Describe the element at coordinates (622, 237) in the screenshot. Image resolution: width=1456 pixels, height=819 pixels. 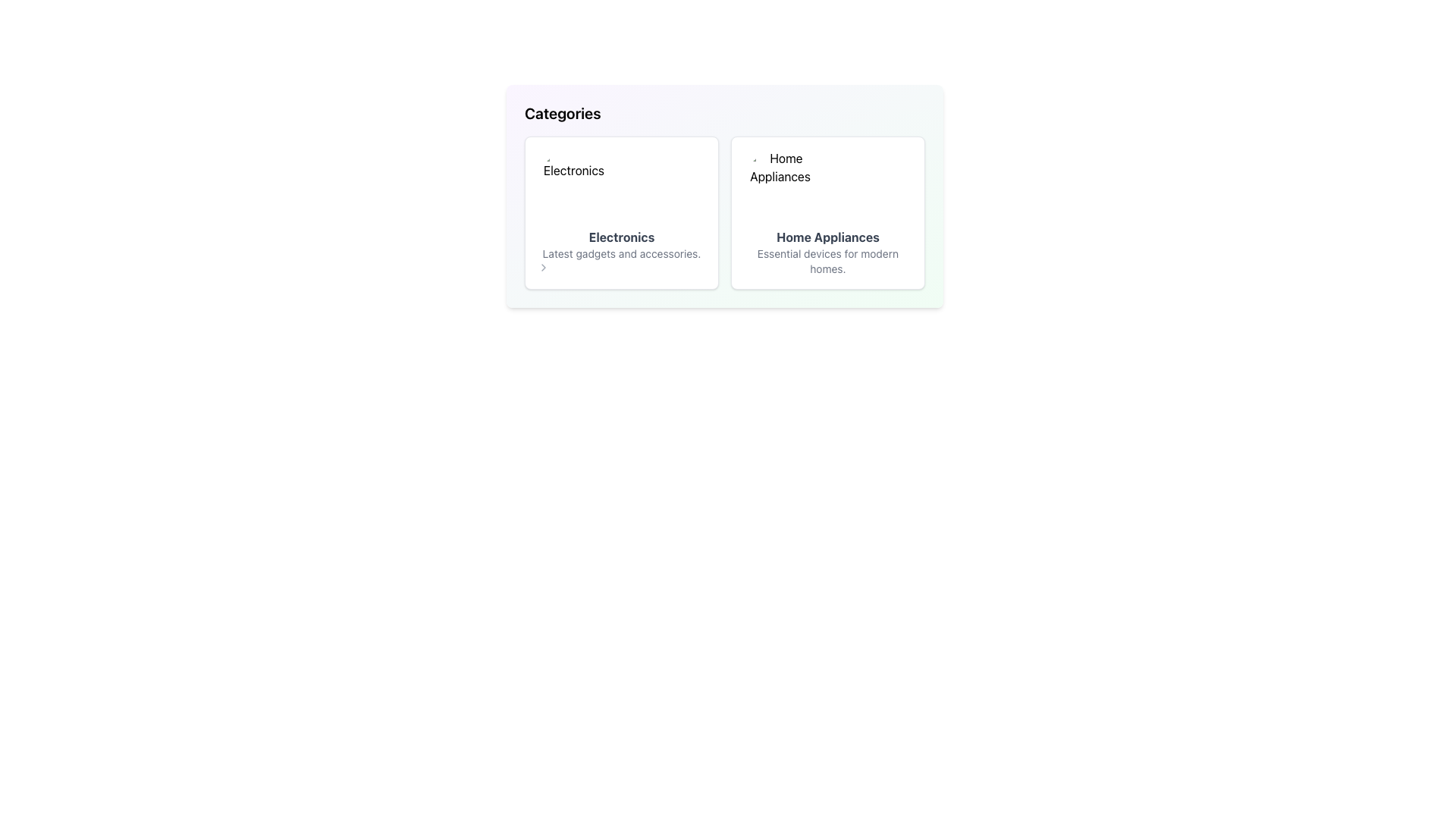
I see `the 'Electronics' category label text, which is centrally located above the smaller text 'Latest gadgets and accessories.' and below a rounded image icon` at that location.